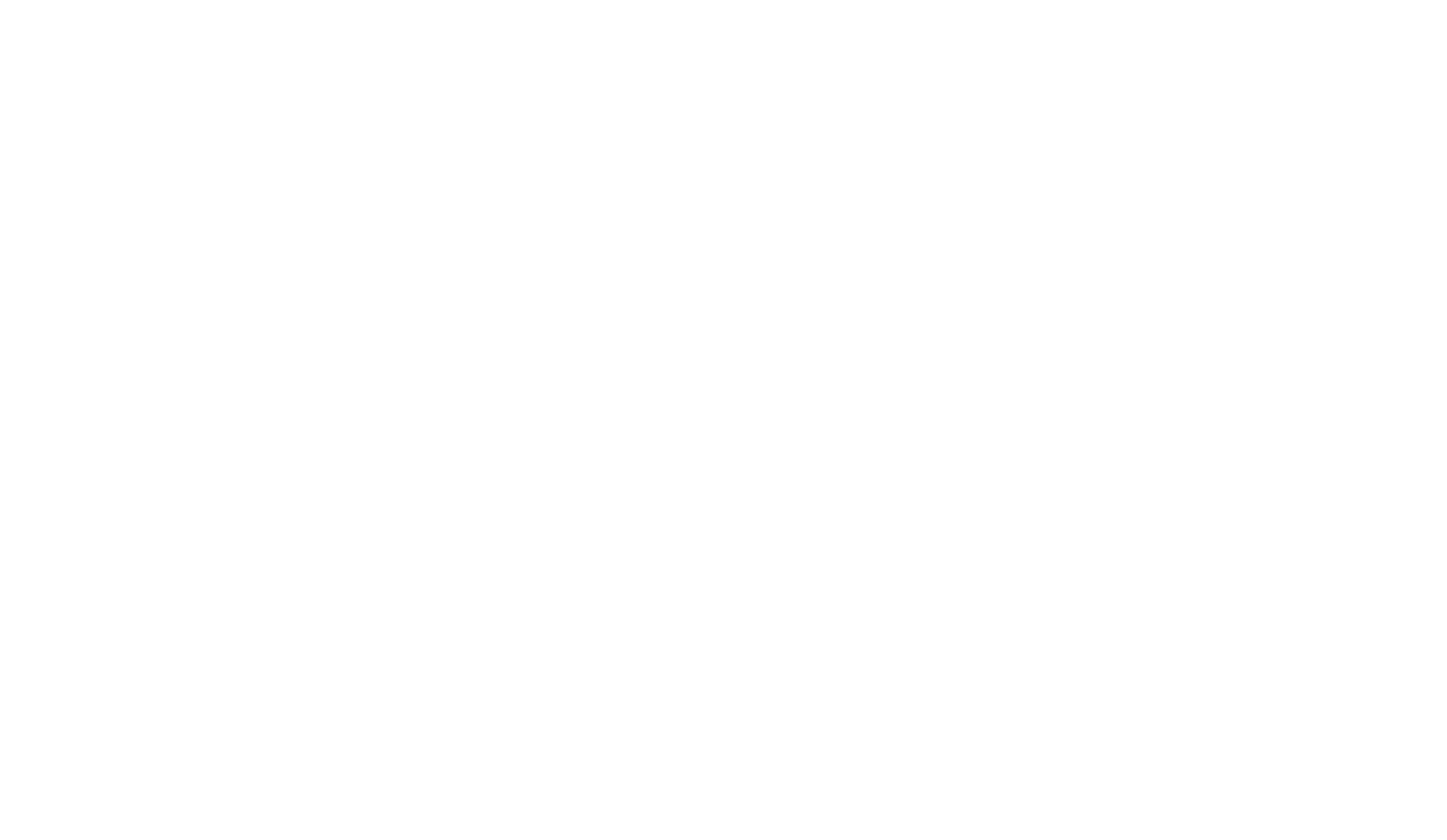  What do you see at coordinates (723, 786) in the screenshot?
I see `'Copyright 2018 Luxair S.A.'` at bounding box center [723, 786].